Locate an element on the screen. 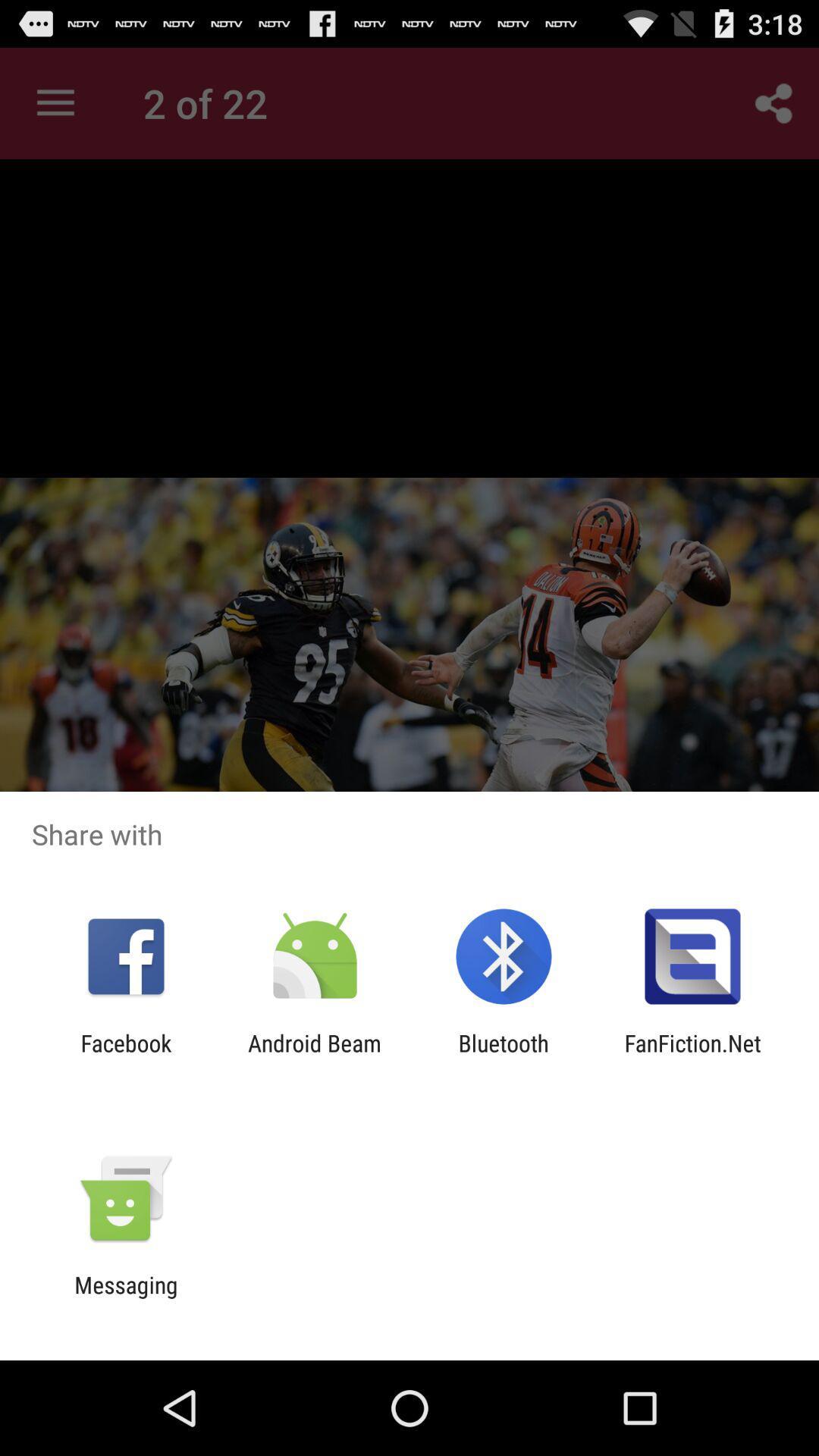 This screenshot has height=1456, width=819. the item next to fanfiction.net is located at coordinates (504, 1056).